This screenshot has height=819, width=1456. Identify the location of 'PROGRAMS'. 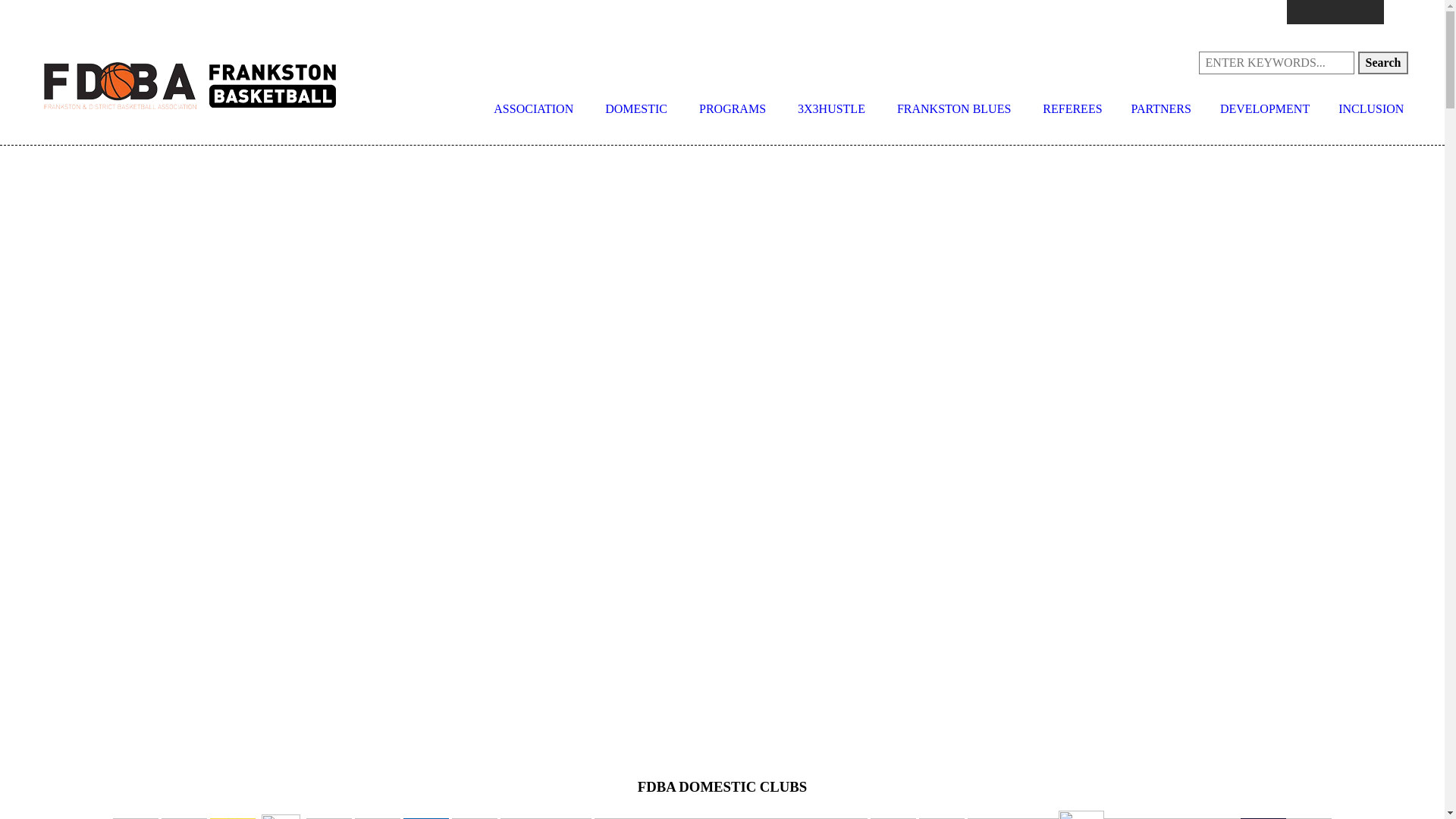
(694, 108).